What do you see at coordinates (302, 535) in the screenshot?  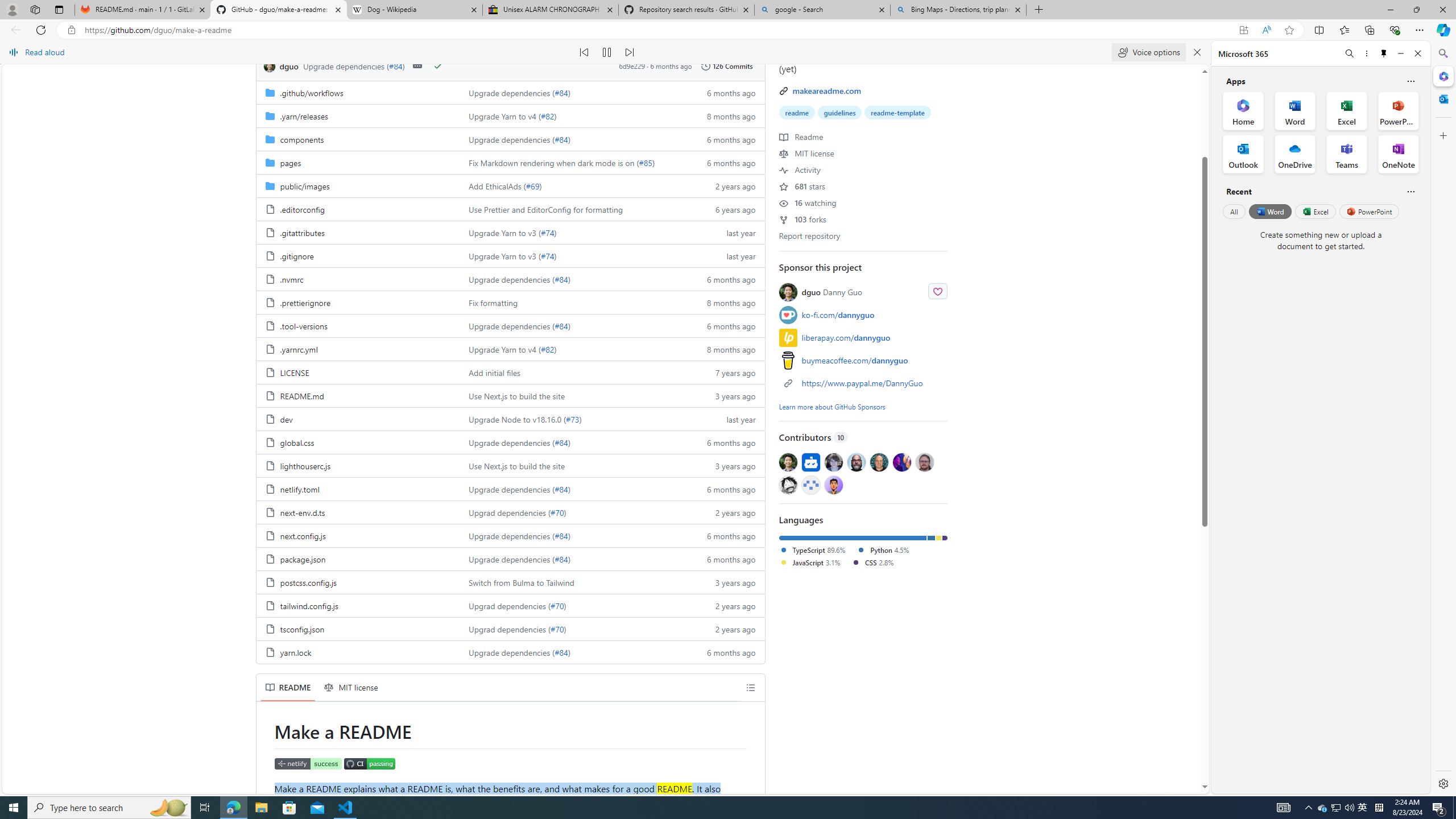 I see `'next.config.js, (File)'` at bounding box center [302, 535].